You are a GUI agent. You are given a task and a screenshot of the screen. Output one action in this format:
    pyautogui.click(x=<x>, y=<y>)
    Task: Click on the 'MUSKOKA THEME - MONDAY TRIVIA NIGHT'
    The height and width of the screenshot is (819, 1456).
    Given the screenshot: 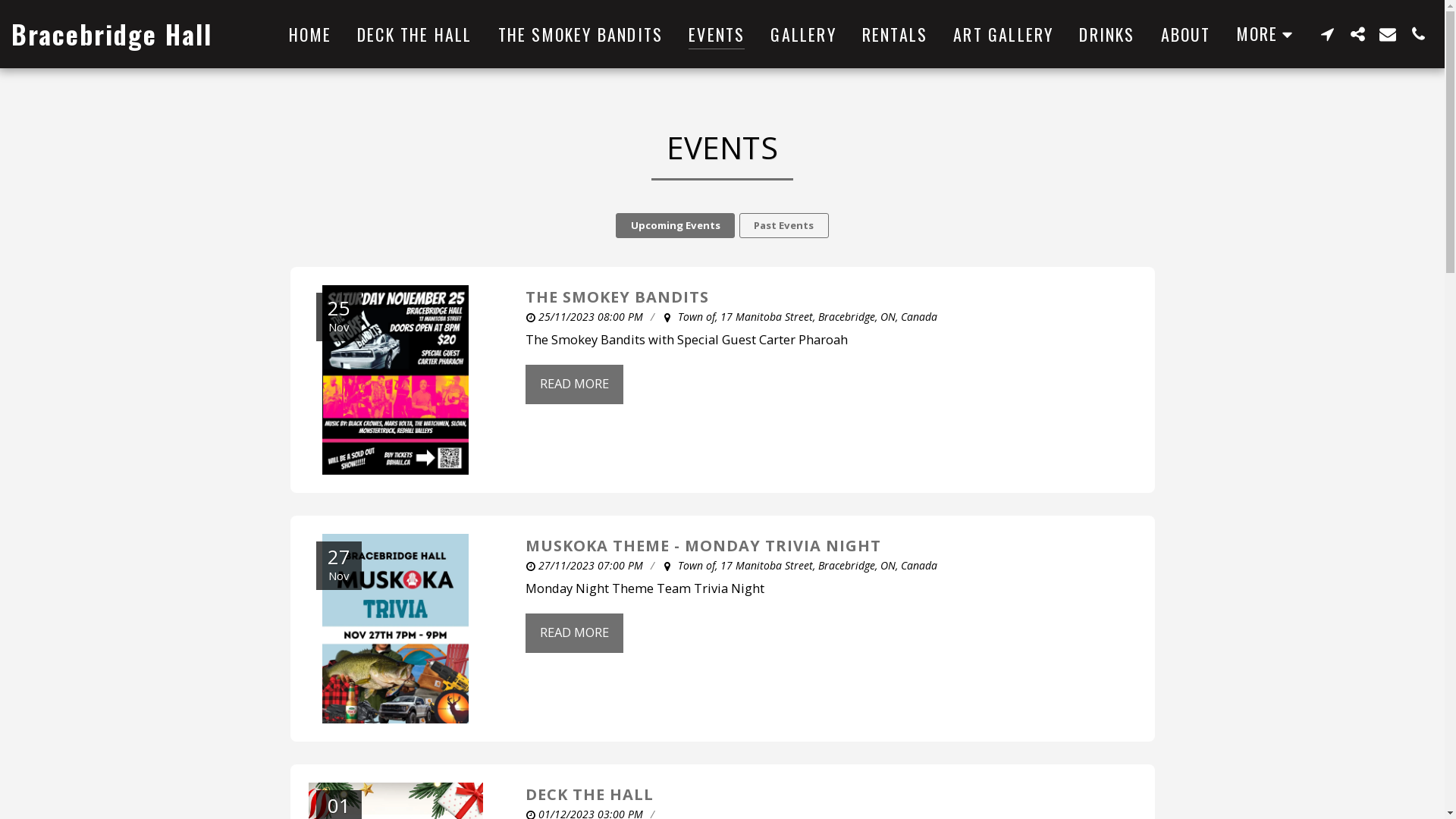 What is the action you would take?
    pyautogui.click(x=701, y=544)
    